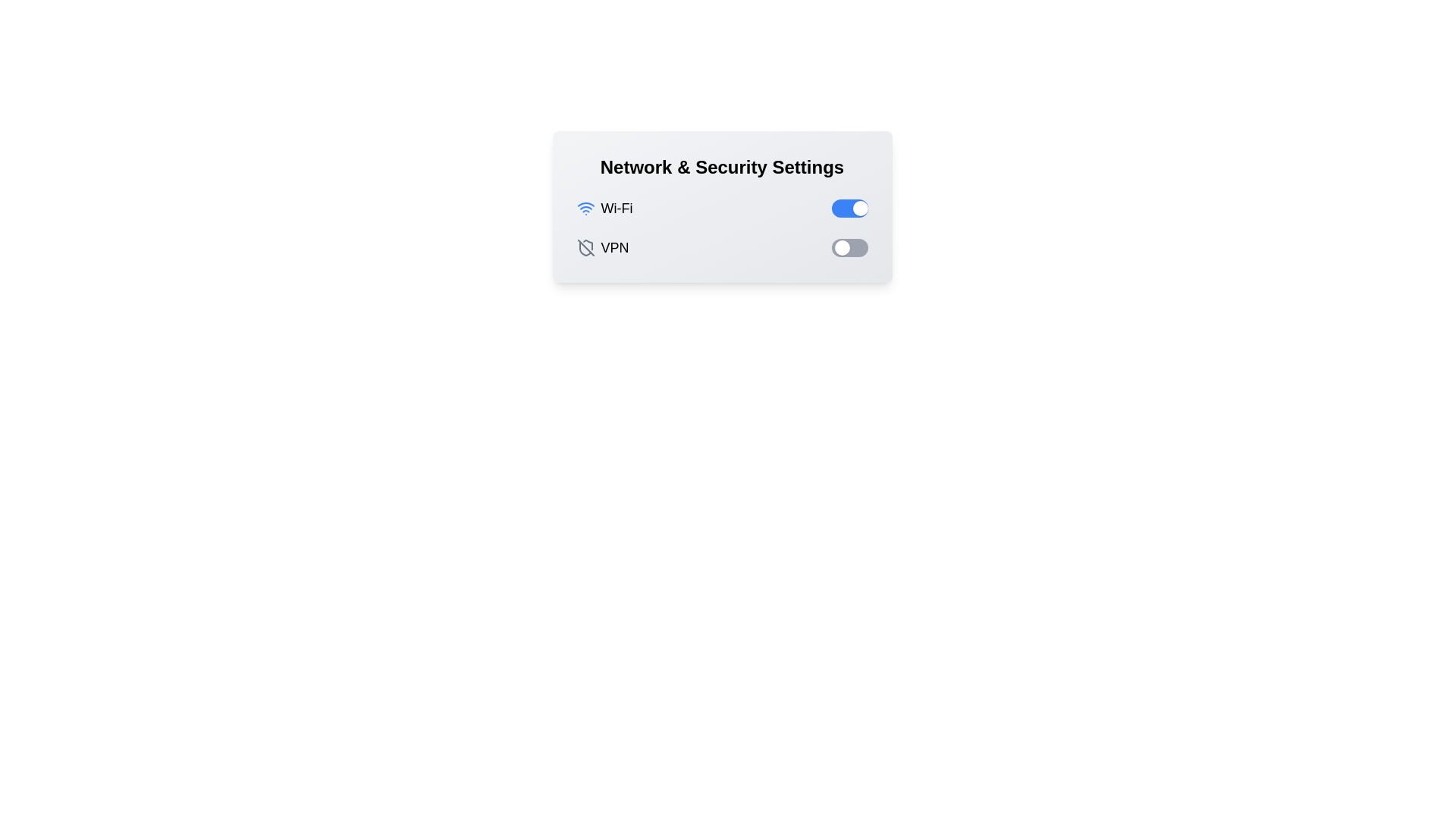 The image size is (1456, 819). Describe the element at coordinates (585, 203) in the screenshot. I see `the second arc of the Wi-Fi icon, which is a curved line styled with a thin contour and located to the left of the text 'Wi-Fi' in the settings panel` at that location.